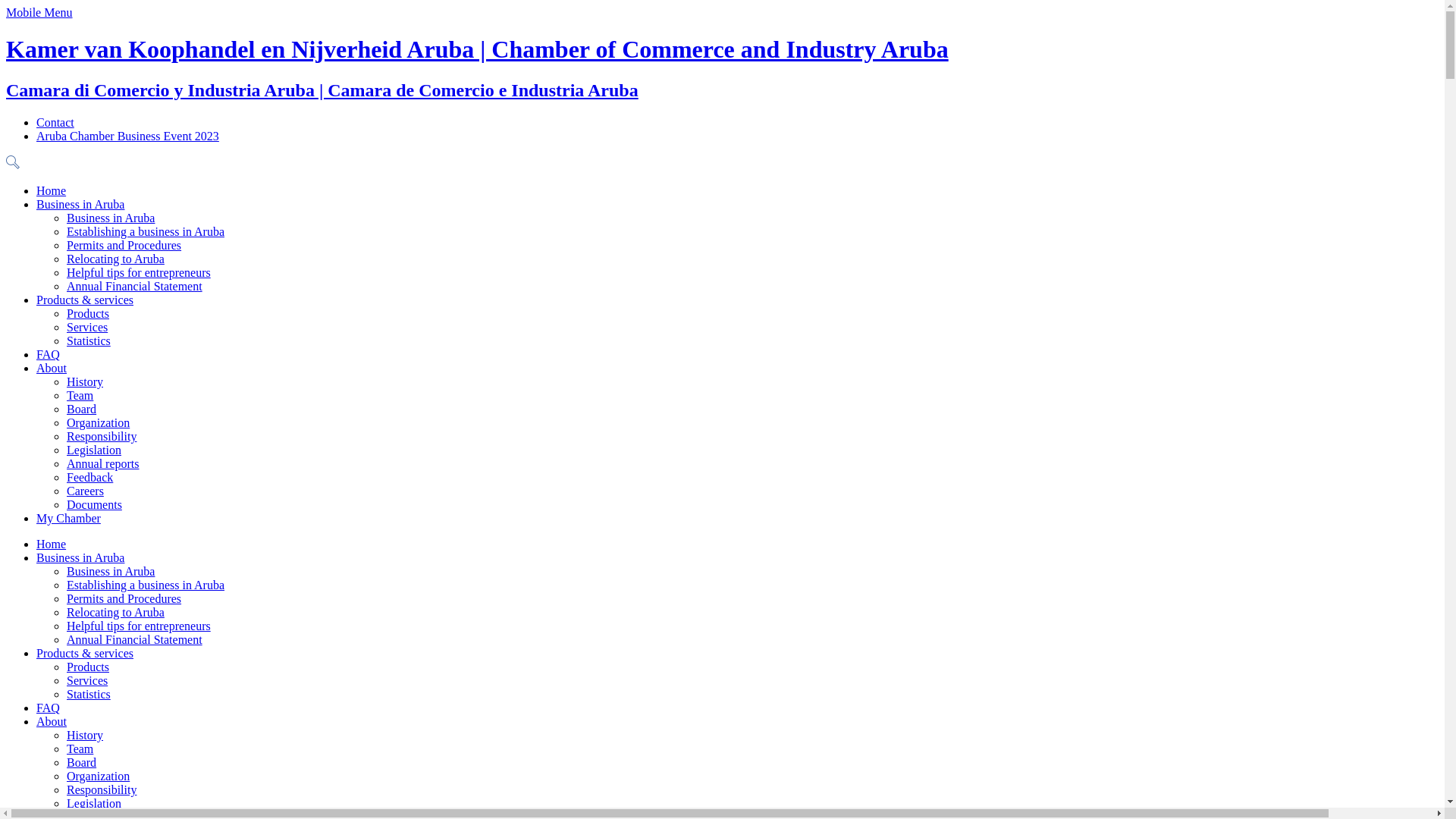 This screenshot has height=819, width=1456. I want to click on 'Mobile Menu', so click(6, 12).